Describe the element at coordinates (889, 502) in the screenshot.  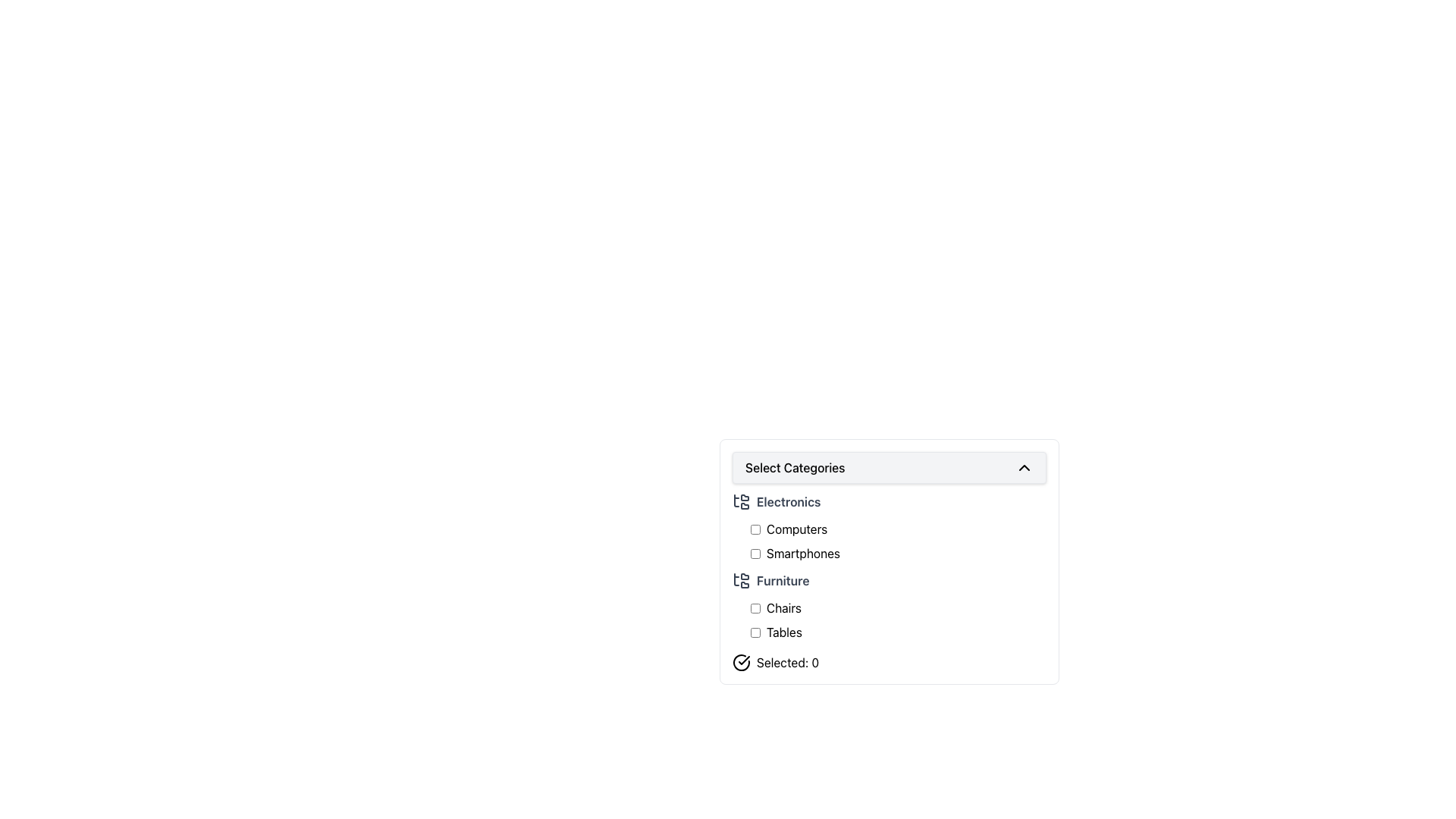
I see `the 'Electronics' category header from the dropdown menu, which is the first row under 'Select Categories'` at that location.